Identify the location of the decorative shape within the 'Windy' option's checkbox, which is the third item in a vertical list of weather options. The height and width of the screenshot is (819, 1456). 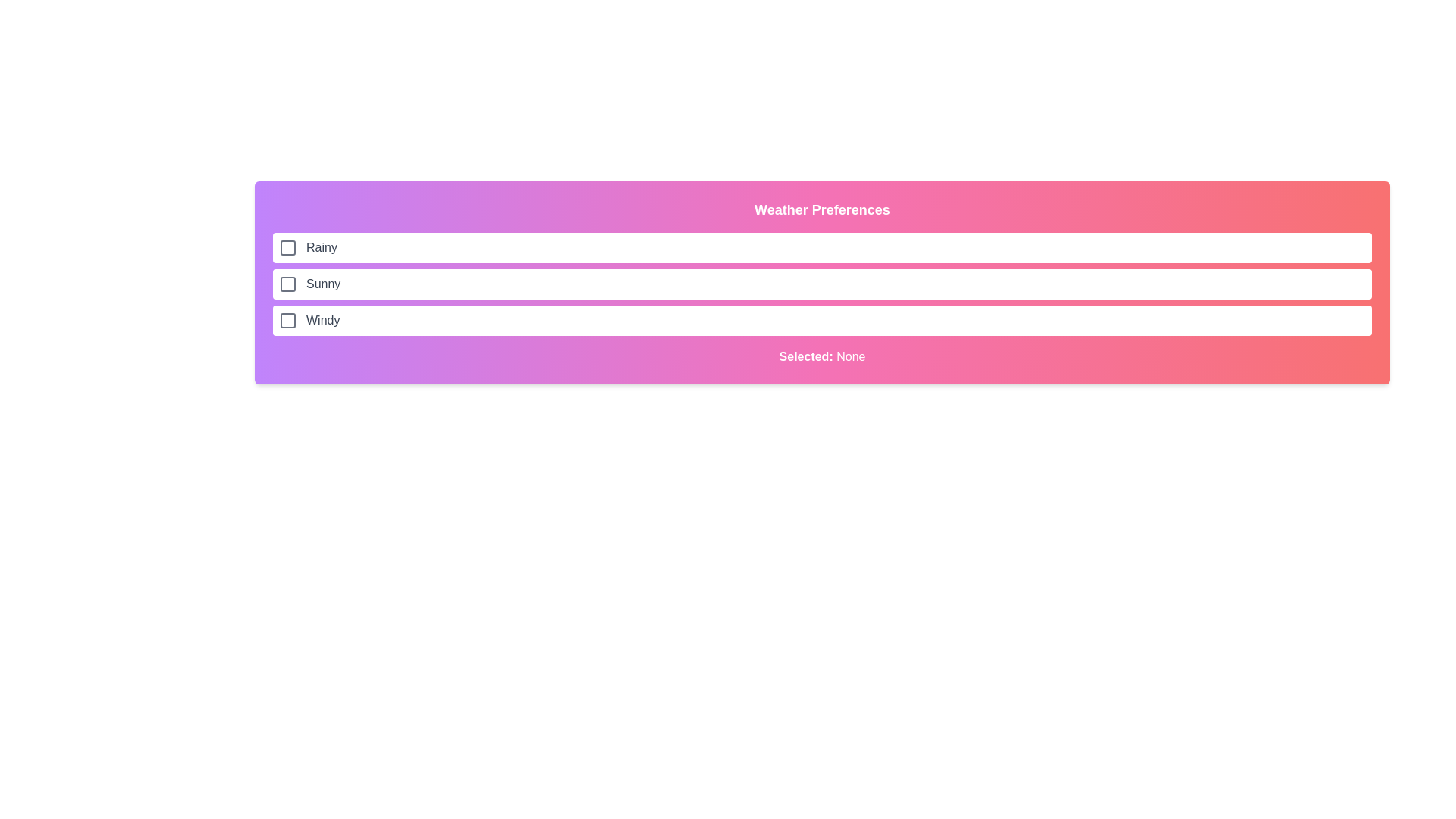
(287, 320).